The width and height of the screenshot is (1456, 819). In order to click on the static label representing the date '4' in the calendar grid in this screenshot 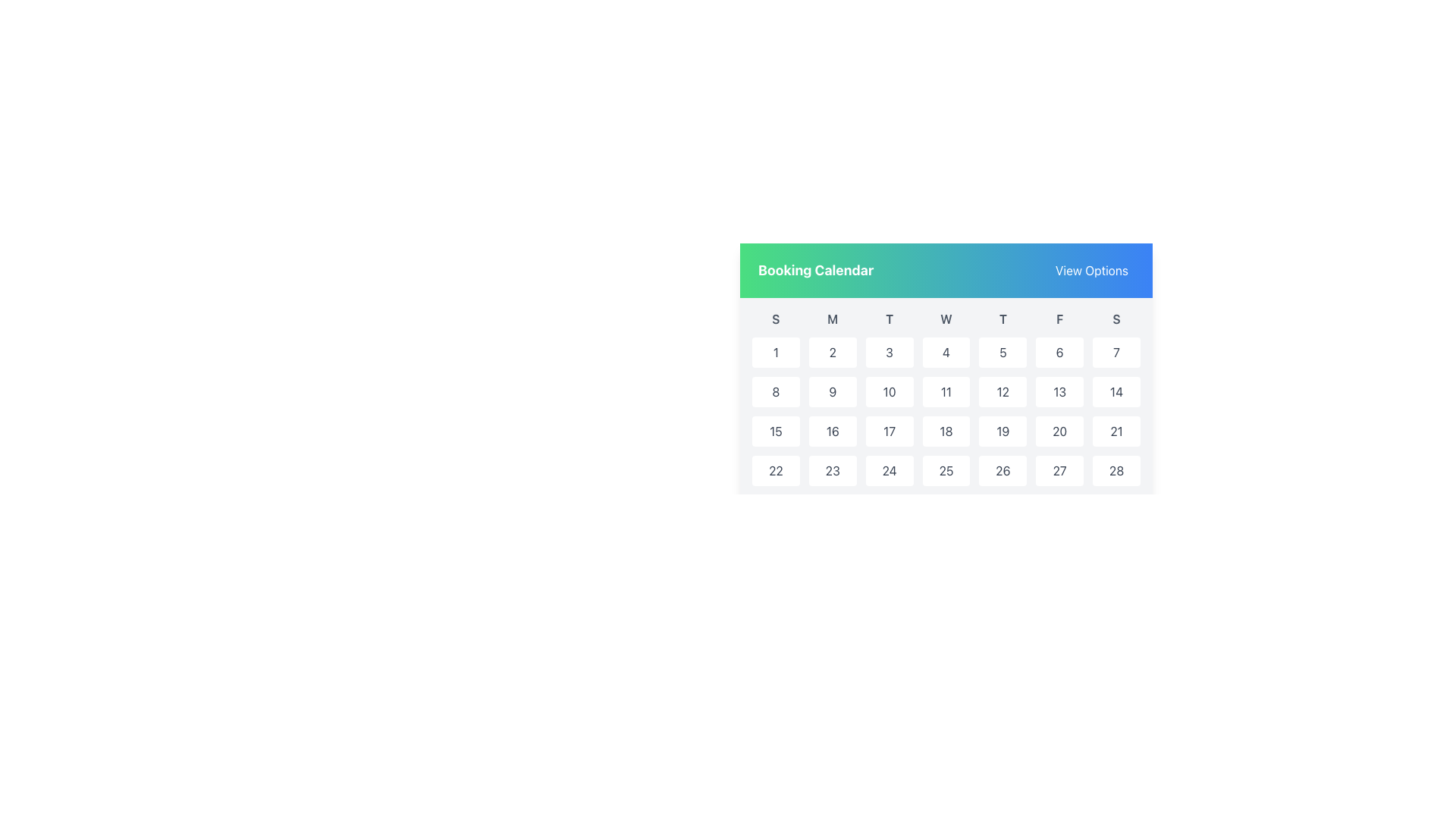, I will do `click(946, 353)`.